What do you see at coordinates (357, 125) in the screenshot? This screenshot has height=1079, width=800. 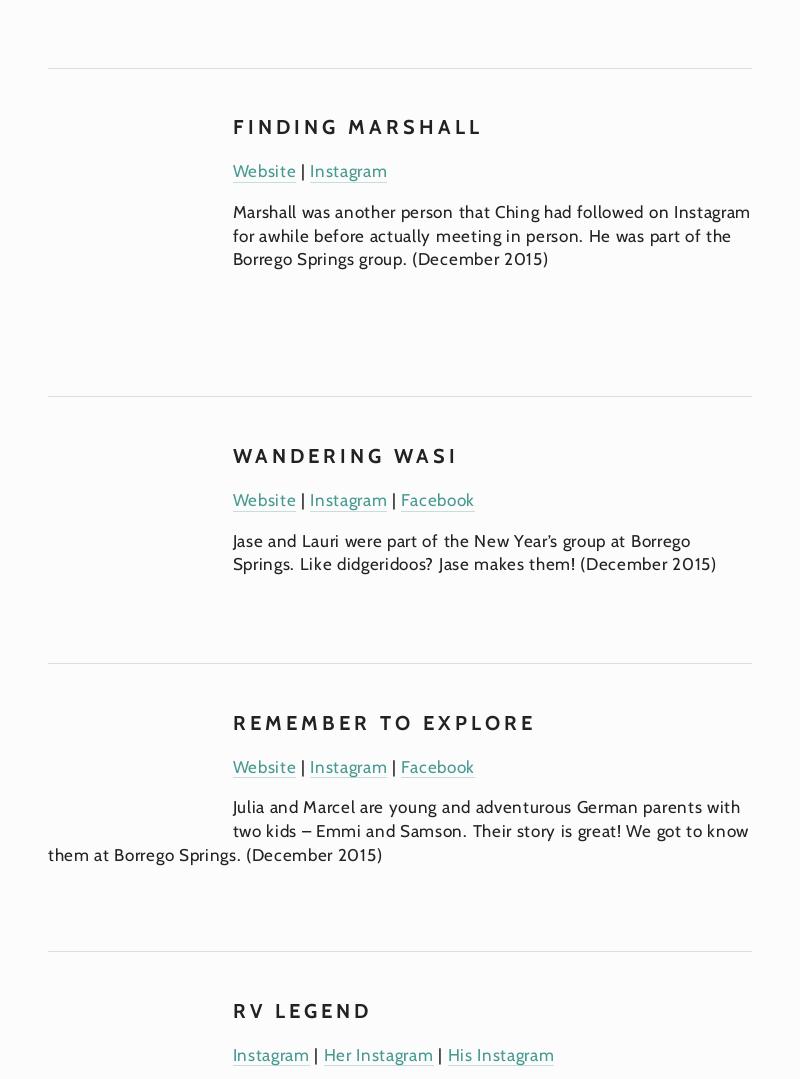 I see `'Finding Marshall'` at bounding box center [357, 125].